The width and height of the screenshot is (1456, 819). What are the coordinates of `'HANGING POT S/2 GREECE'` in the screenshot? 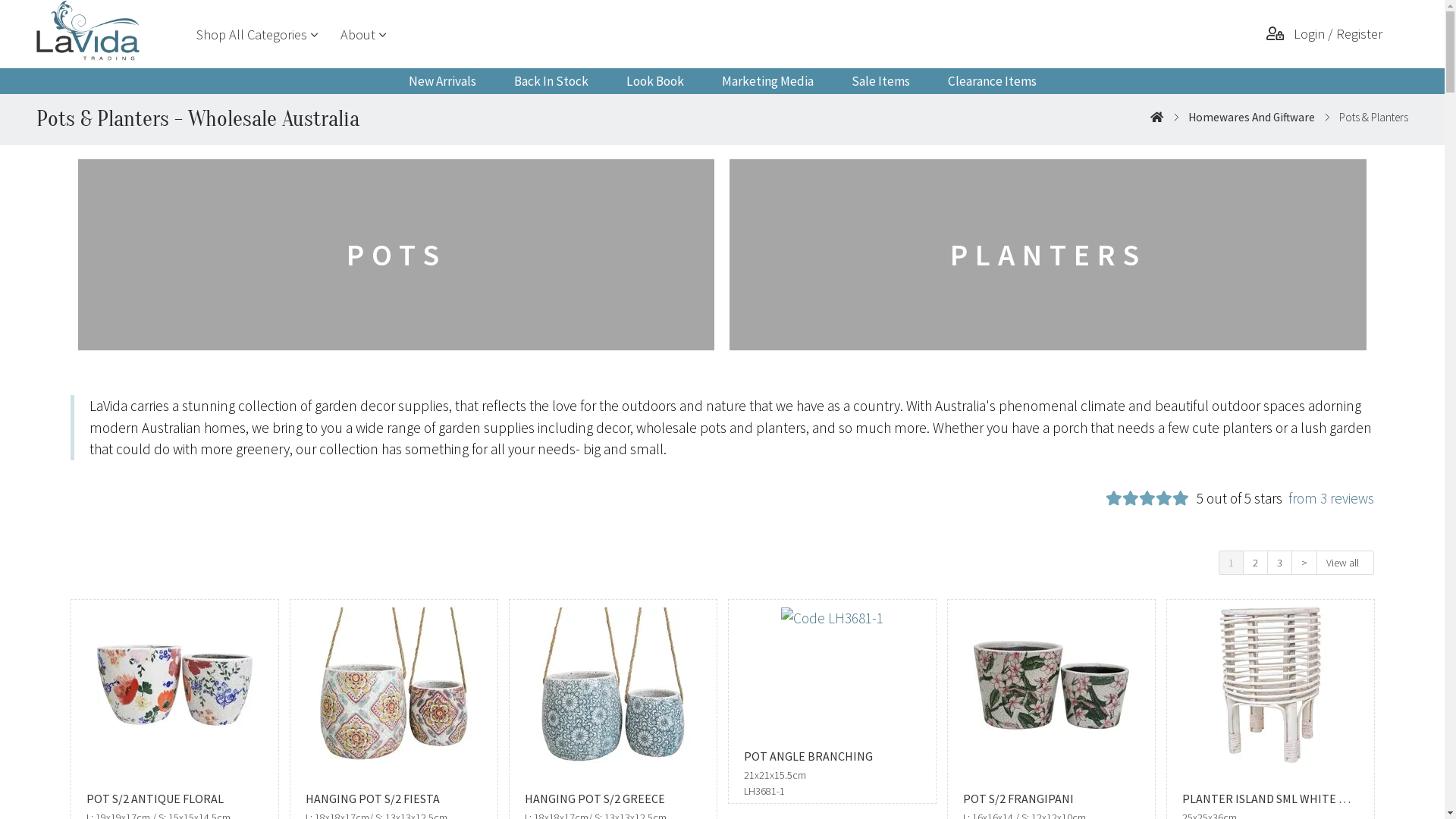 It's located at (524, 802).